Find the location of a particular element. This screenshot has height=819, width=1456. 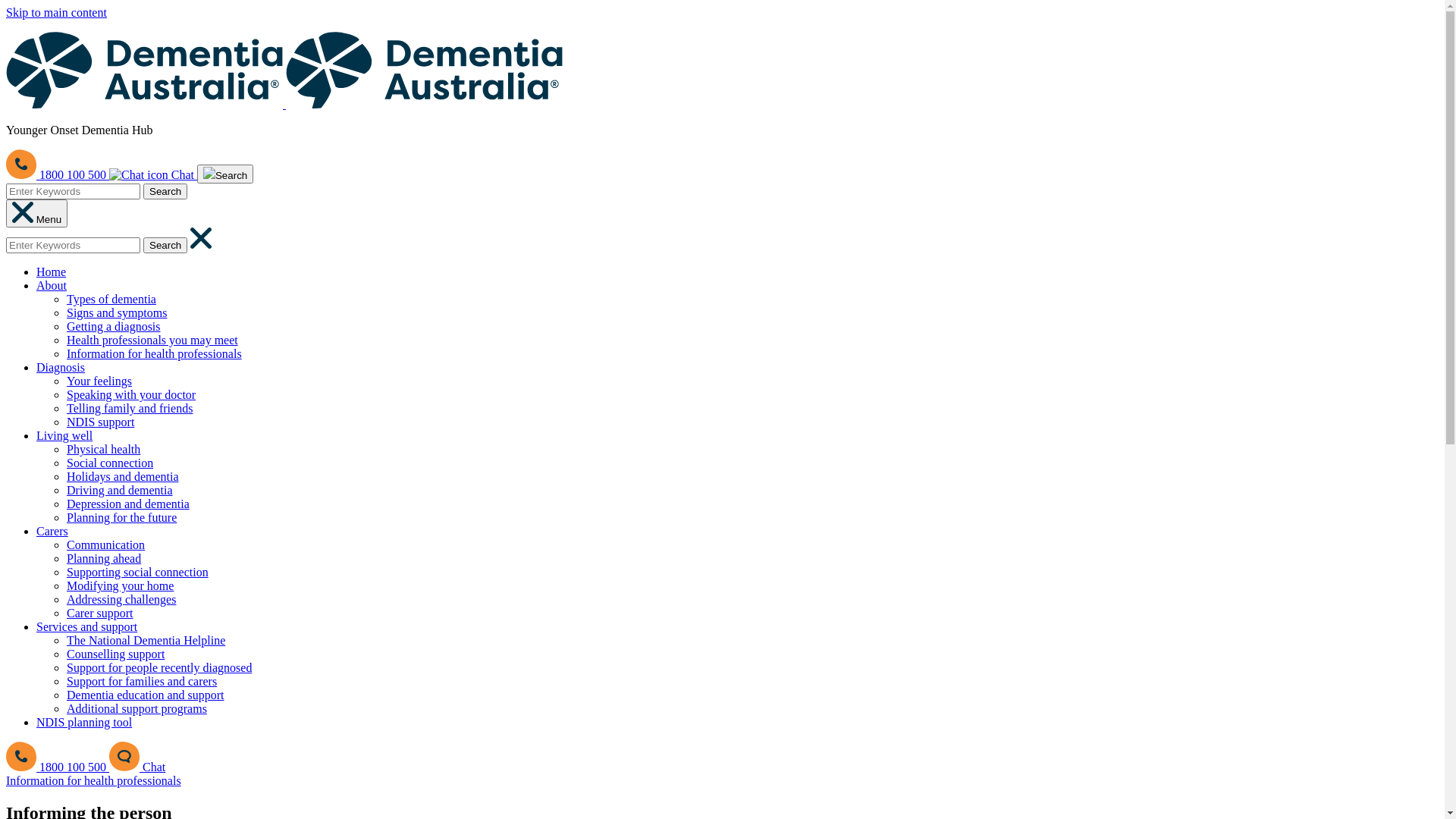

'Health professionals you may meet' is located at coordinates (152, 339).